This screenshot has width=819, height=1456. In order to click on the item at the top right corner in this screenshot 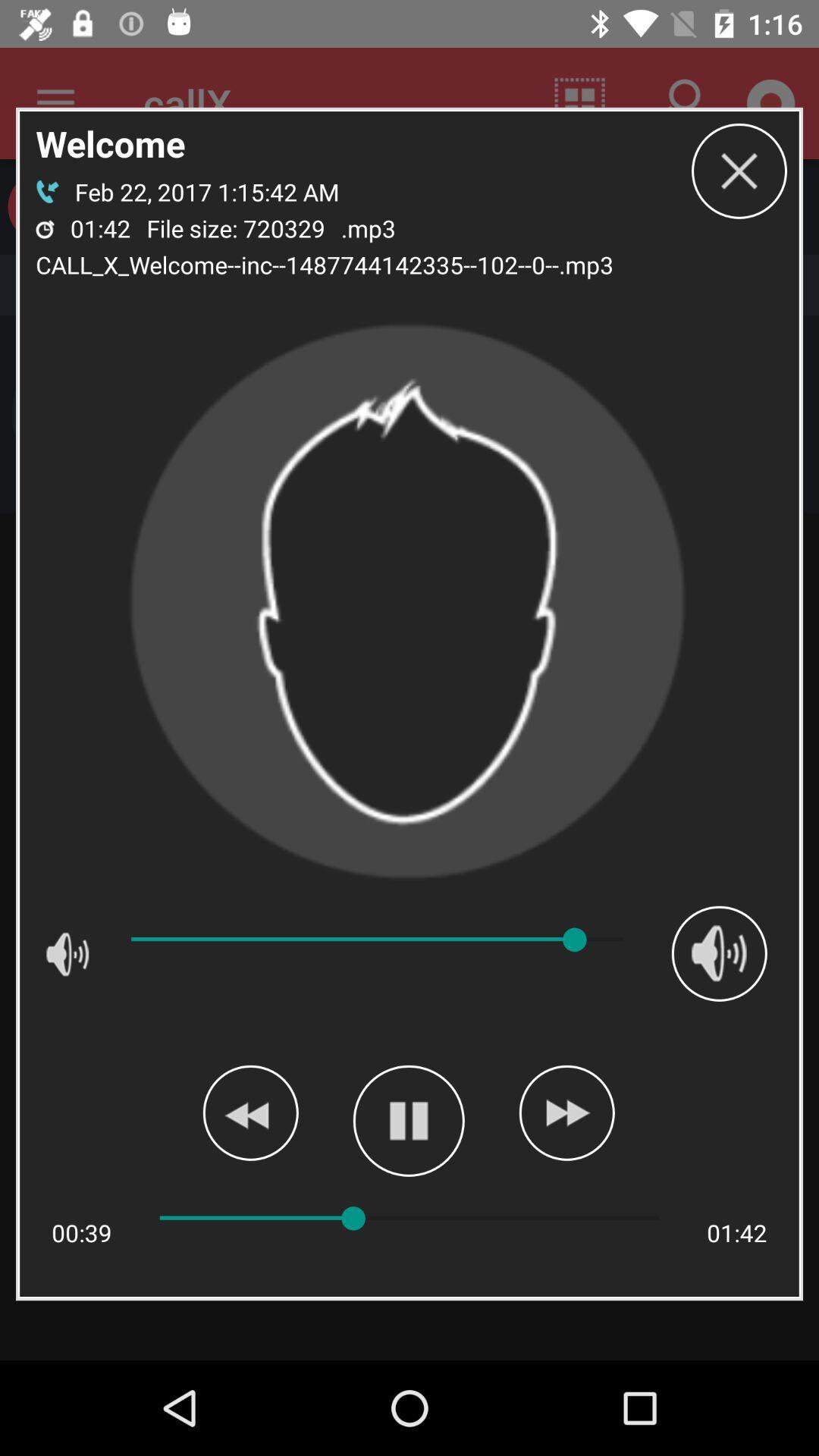, I will do `click(739, 171)`.